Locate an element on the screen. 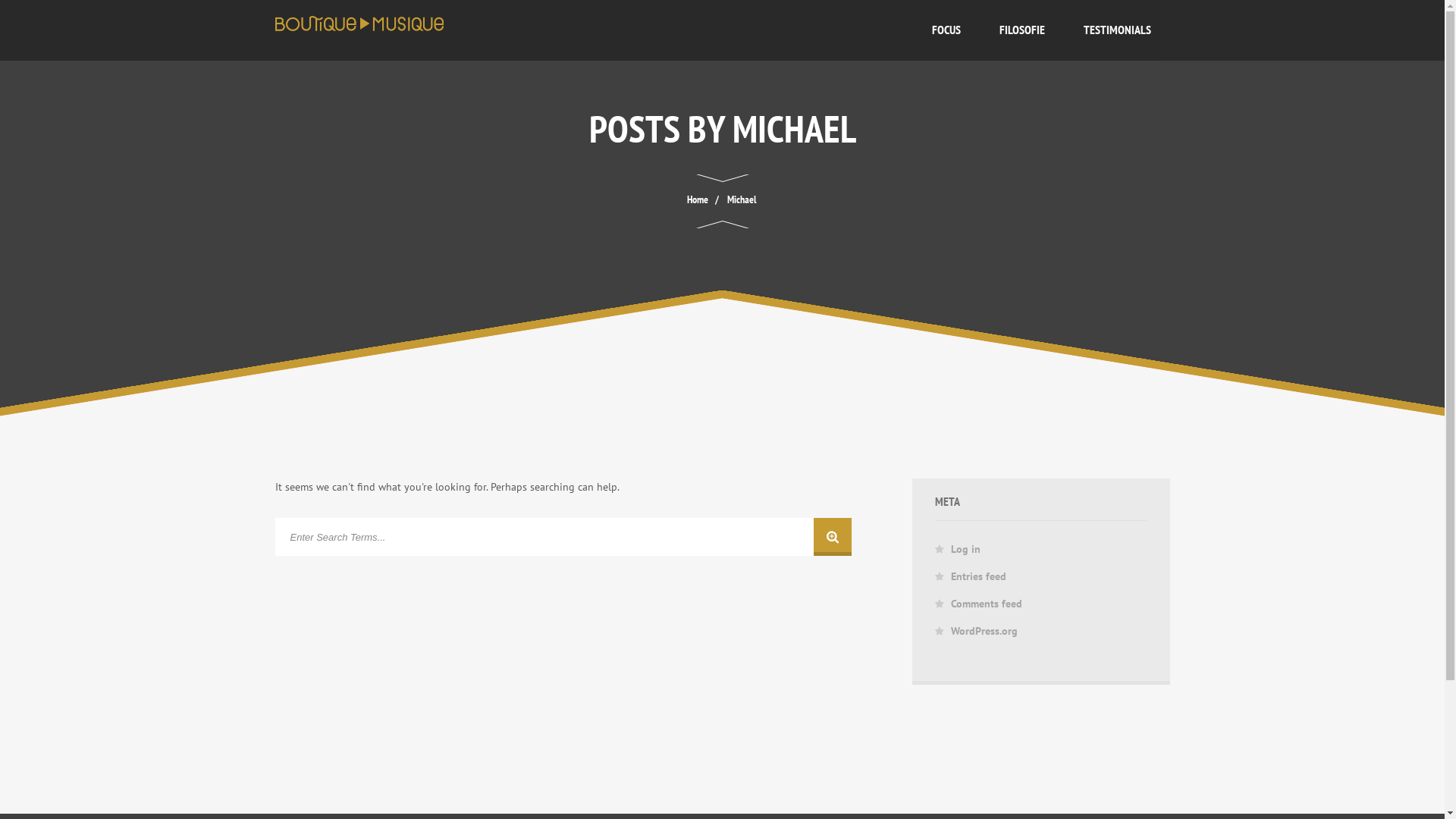 This screenshot has width=1456, height=819. 'Comments feed' is located at coordinates (986, 602).